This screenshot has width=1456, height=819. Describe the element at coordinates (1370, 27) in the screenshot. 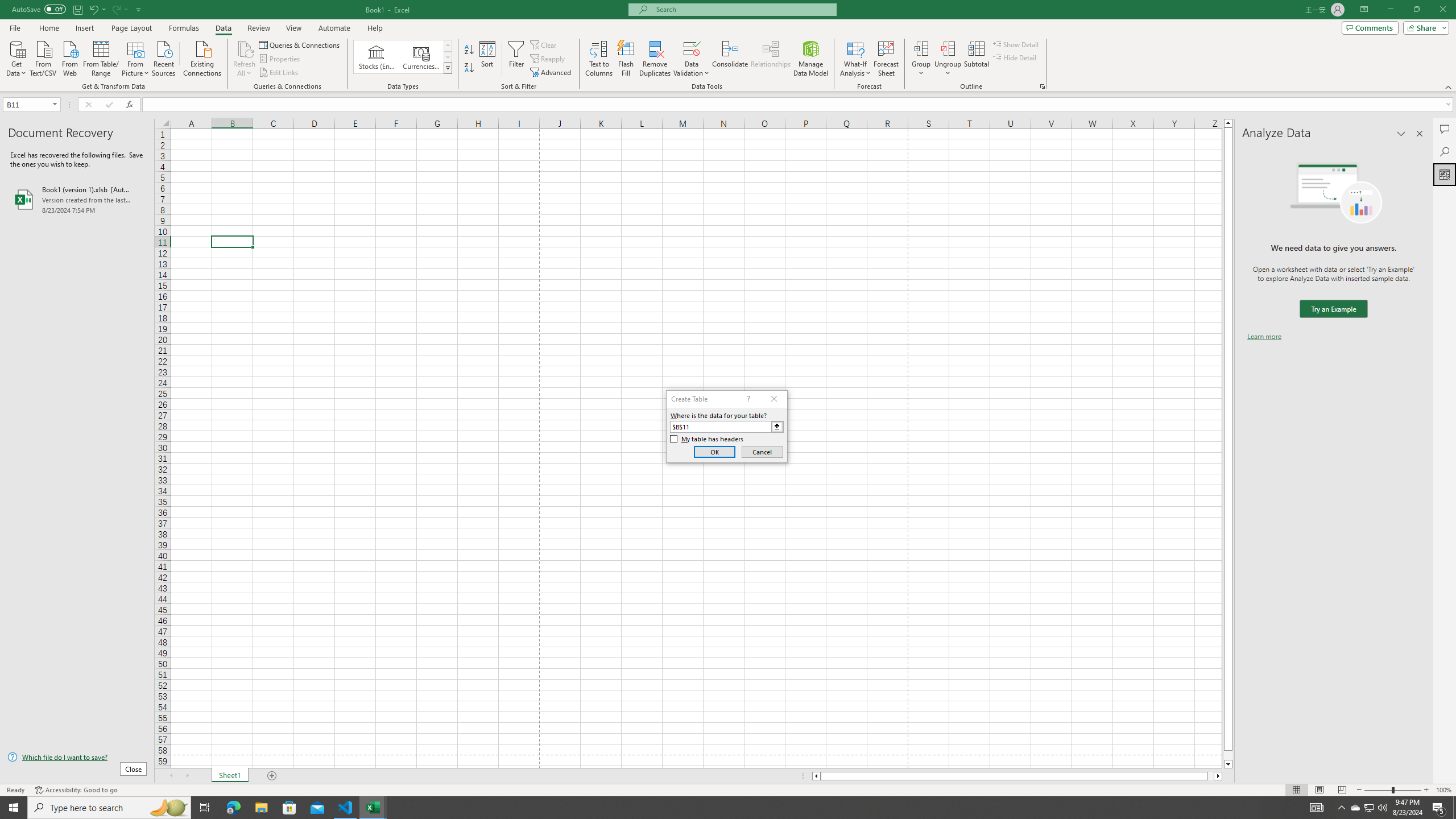

I see `'Comments'` at that location.